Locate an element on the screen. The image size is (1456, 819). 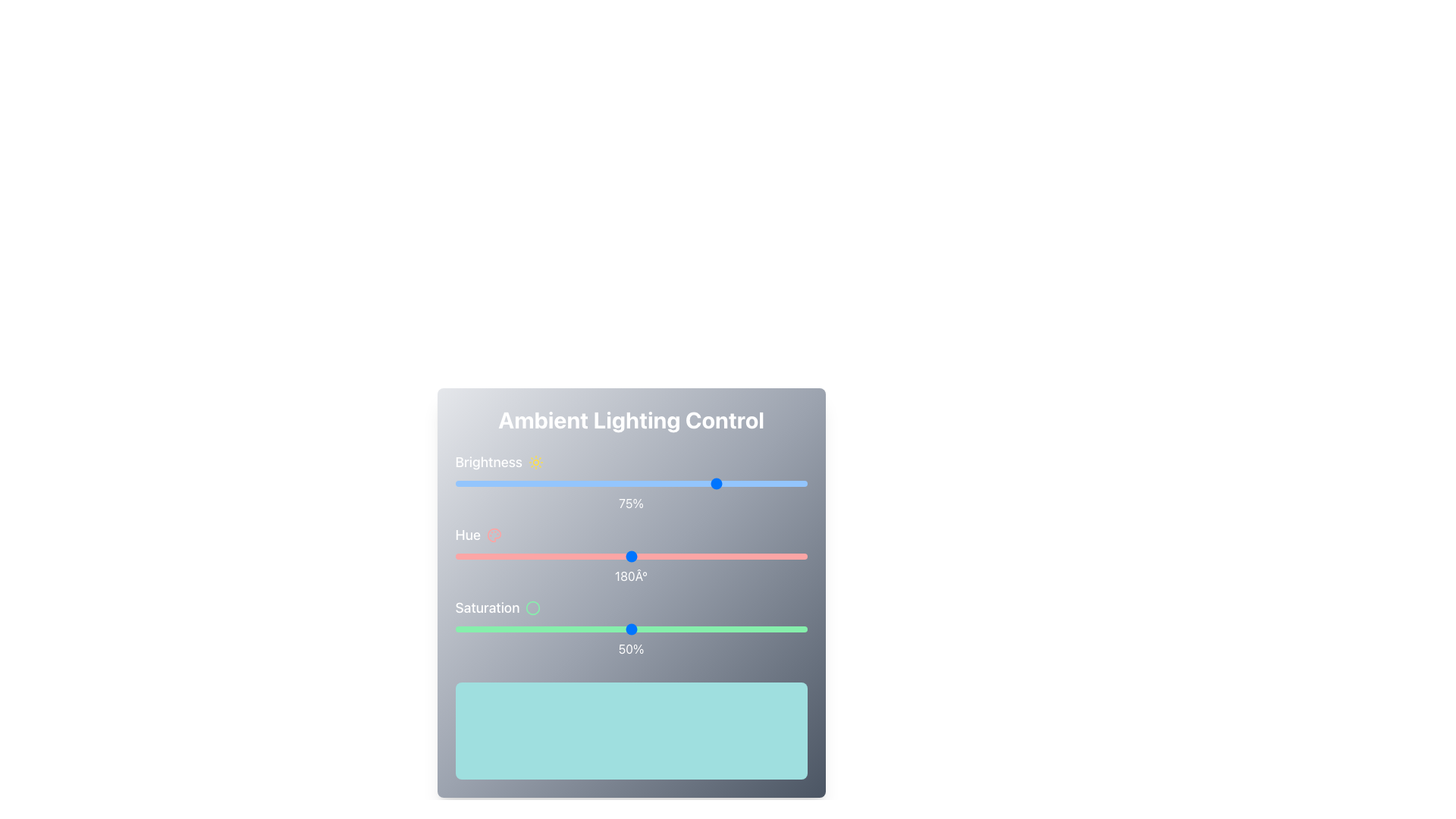
hue is located at coordinates (777, 556).